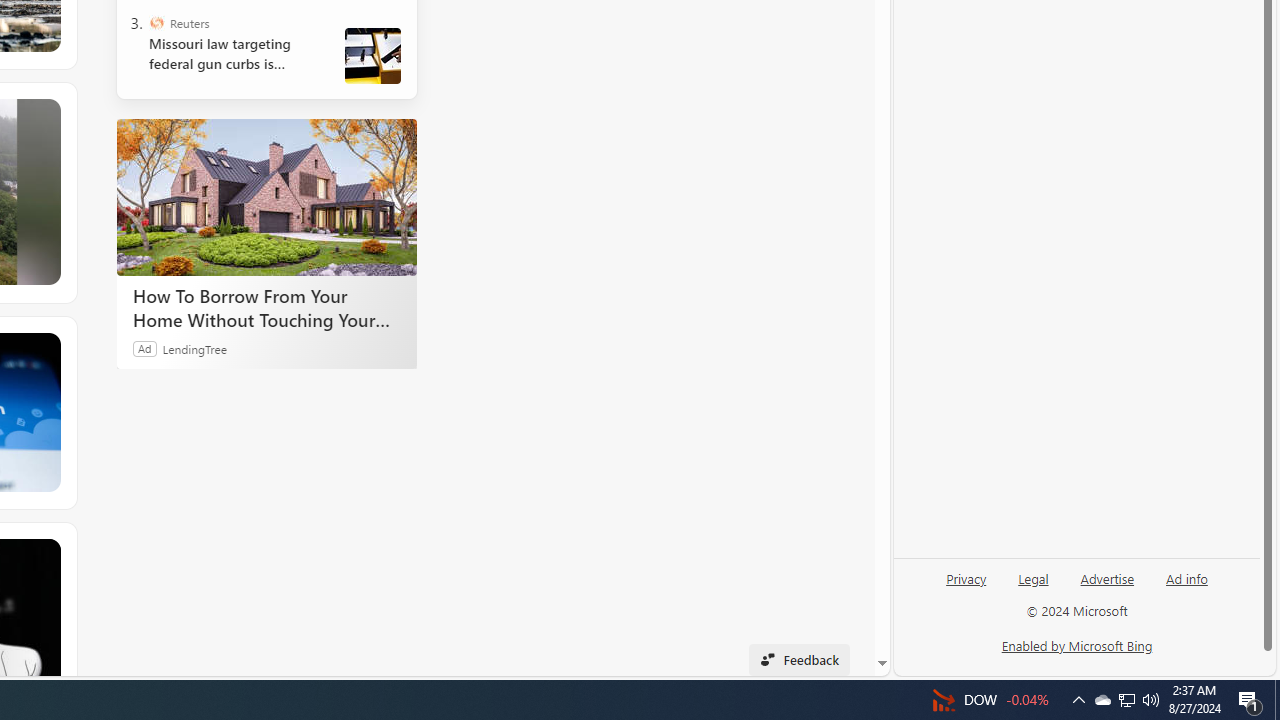 This screenshot has width=1280, height=720. What do you see at coordinates (1106, 577) in the screenshot?
I see `'Advertise'` at bounding box center [1106, 577].